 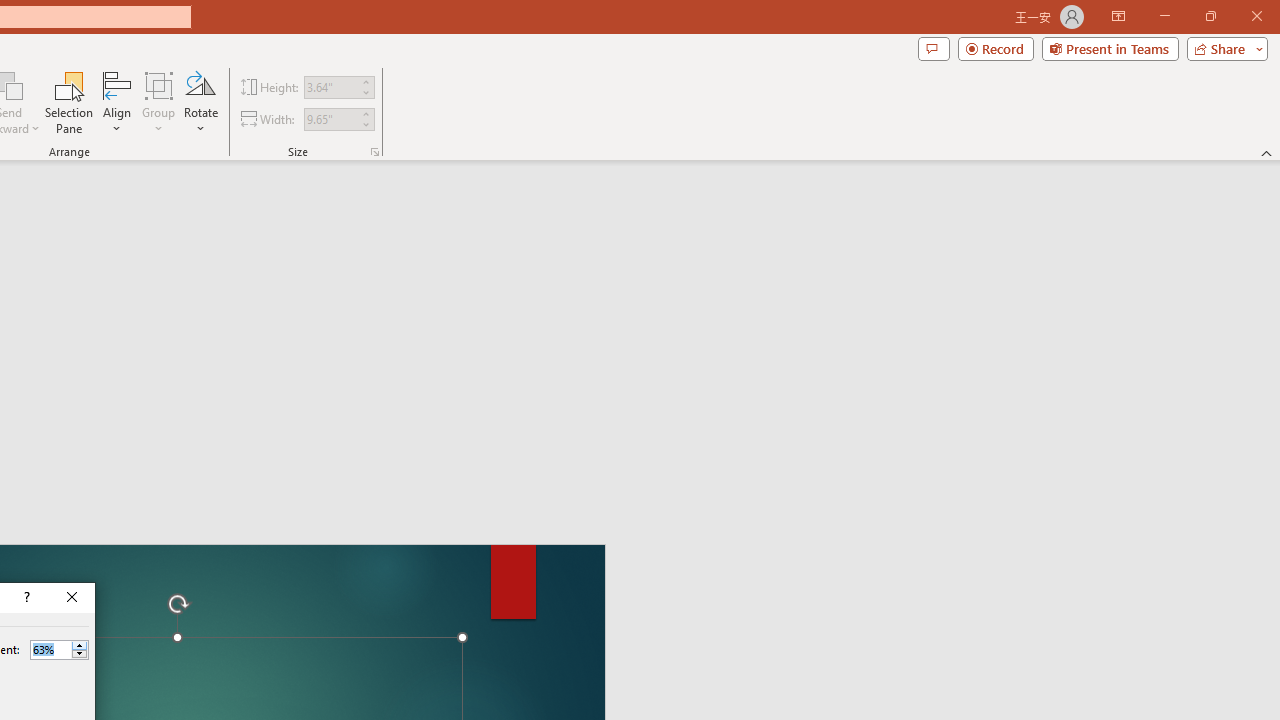 What do you see at coordinates (69, 103) in the screenshot?
I see `'Selection Pane...'` at bounding box center [69, 103].